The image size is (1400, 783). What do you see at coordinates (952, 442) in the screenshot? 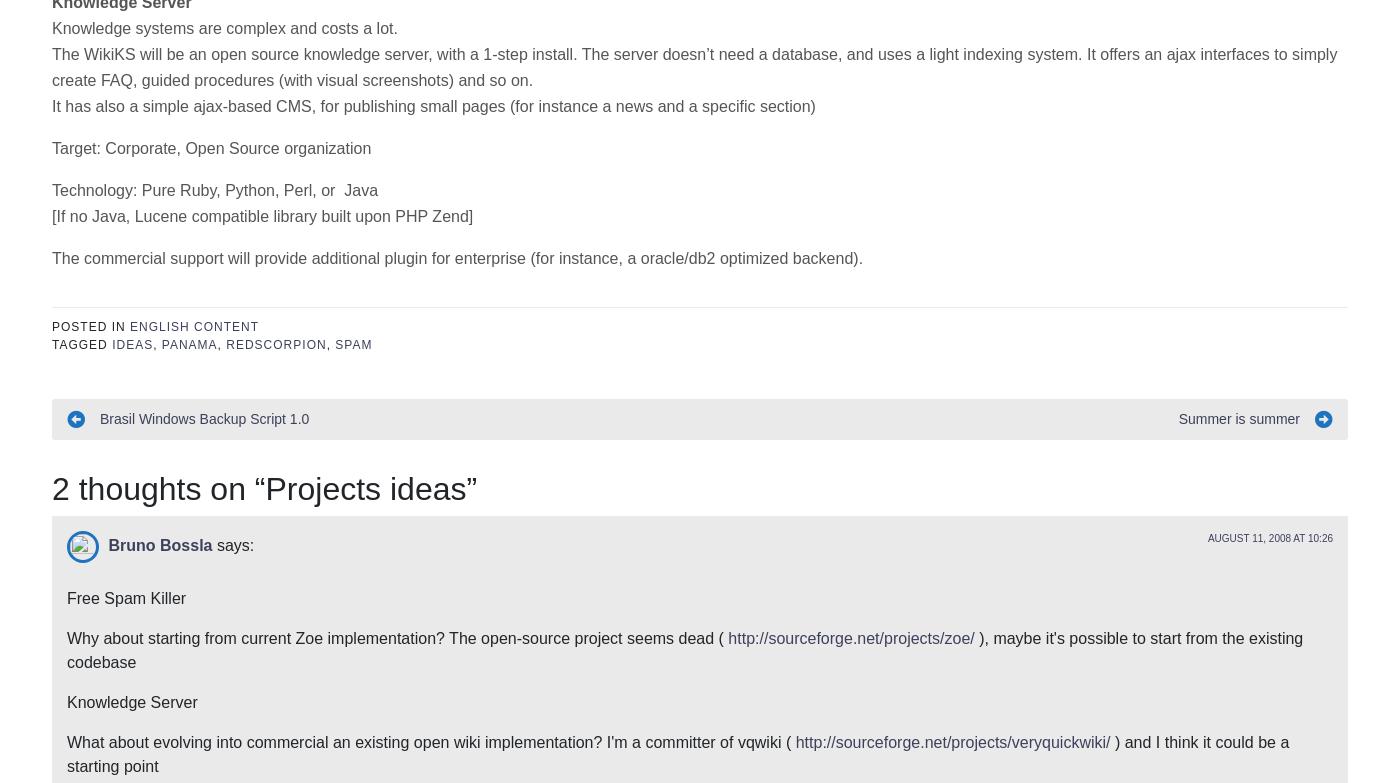
I see `'http://sourceforge.net/projects/veryquickwiki/'` at bounding box center [952, 442].